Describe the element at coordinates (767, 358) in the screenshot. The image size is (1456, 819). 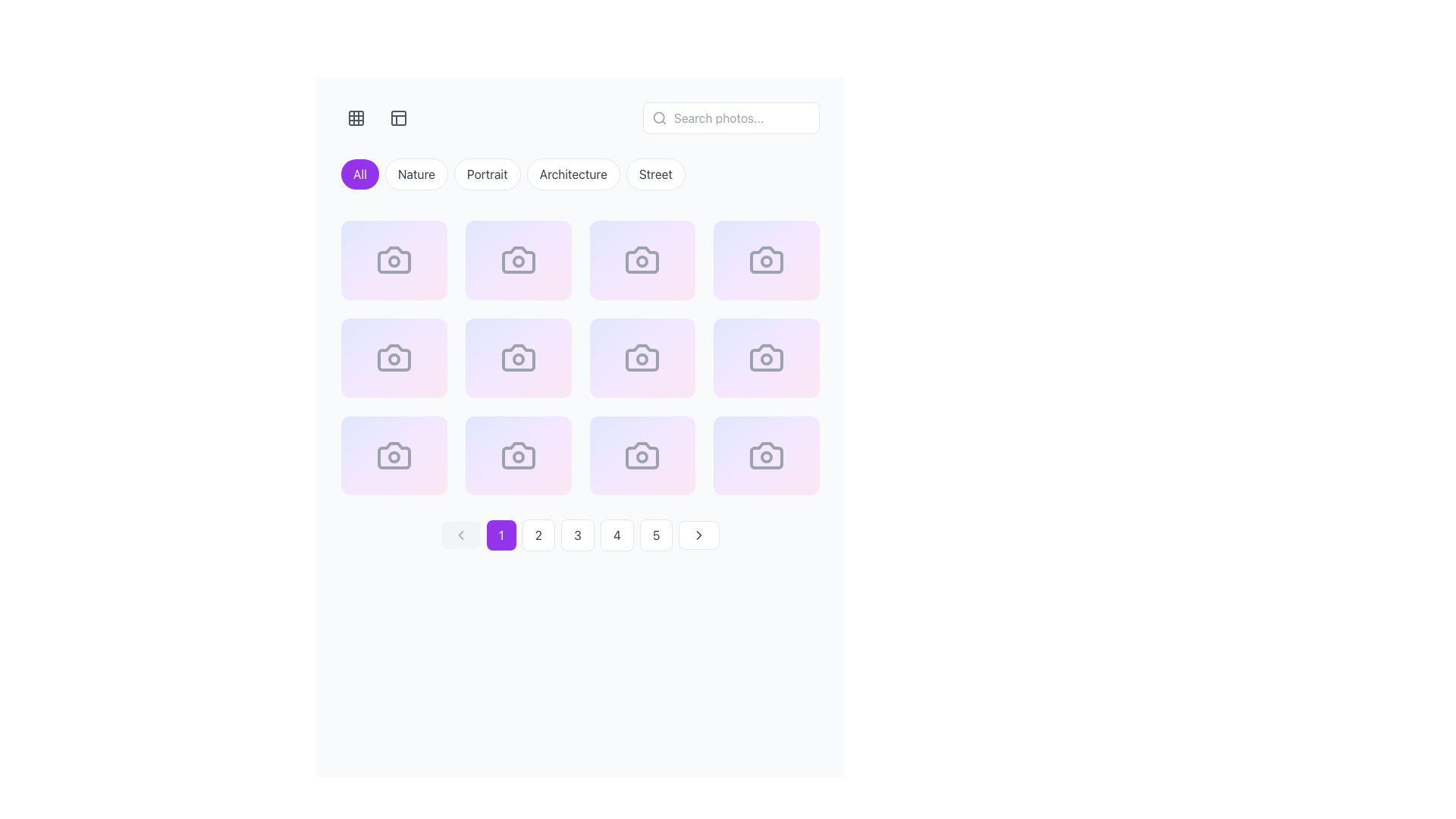
I see `the camera icon, which is a gray camera-shaped element with a circular lens, located in the fourth column of the third row in a grid layout` at that location.